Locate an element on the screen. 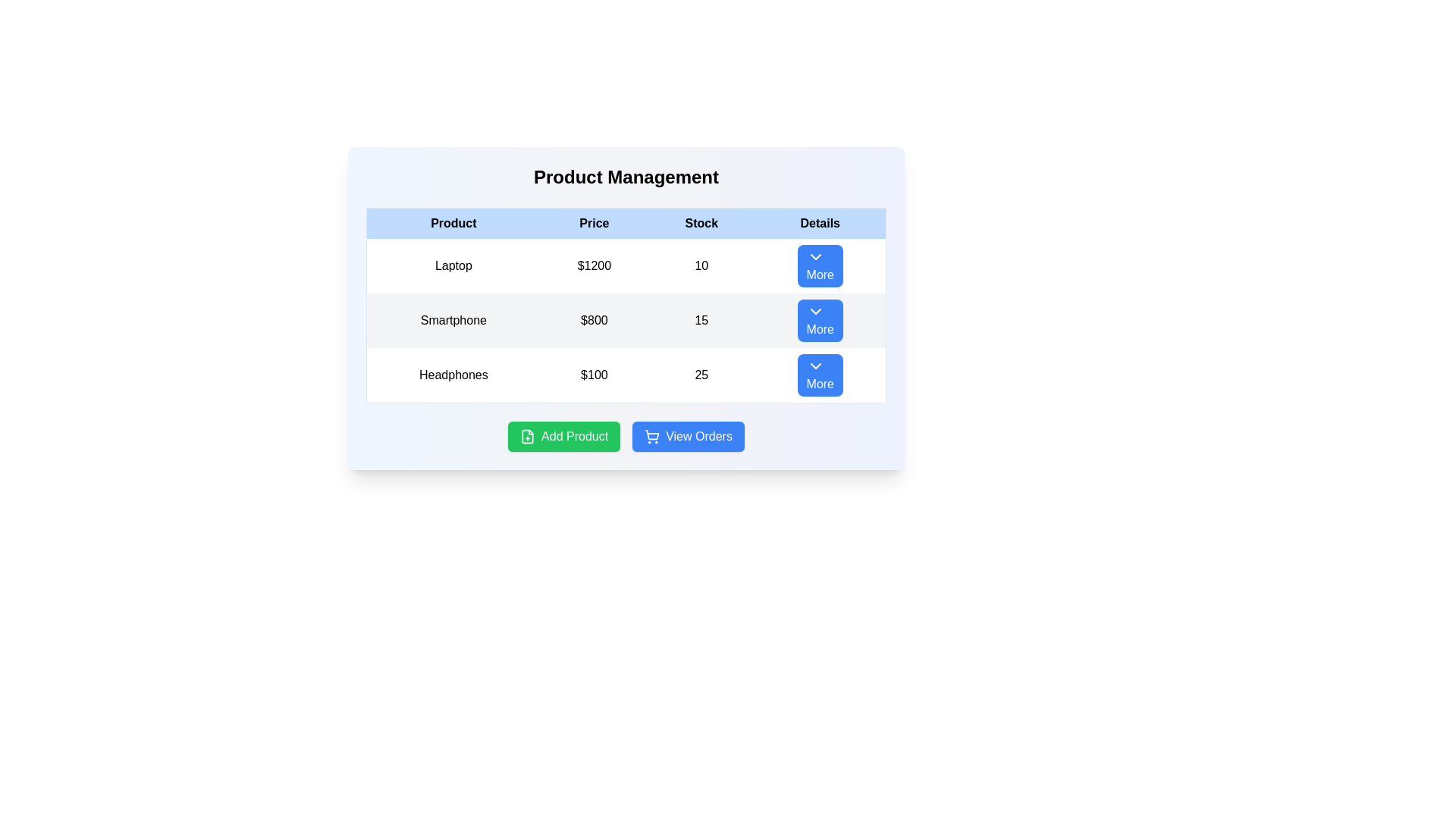 This screenshot has height=819, width=1456. the price label displaying the product 'Headphones' located in the second column of the third row in the pricing table is located at coordinates (593, 375).